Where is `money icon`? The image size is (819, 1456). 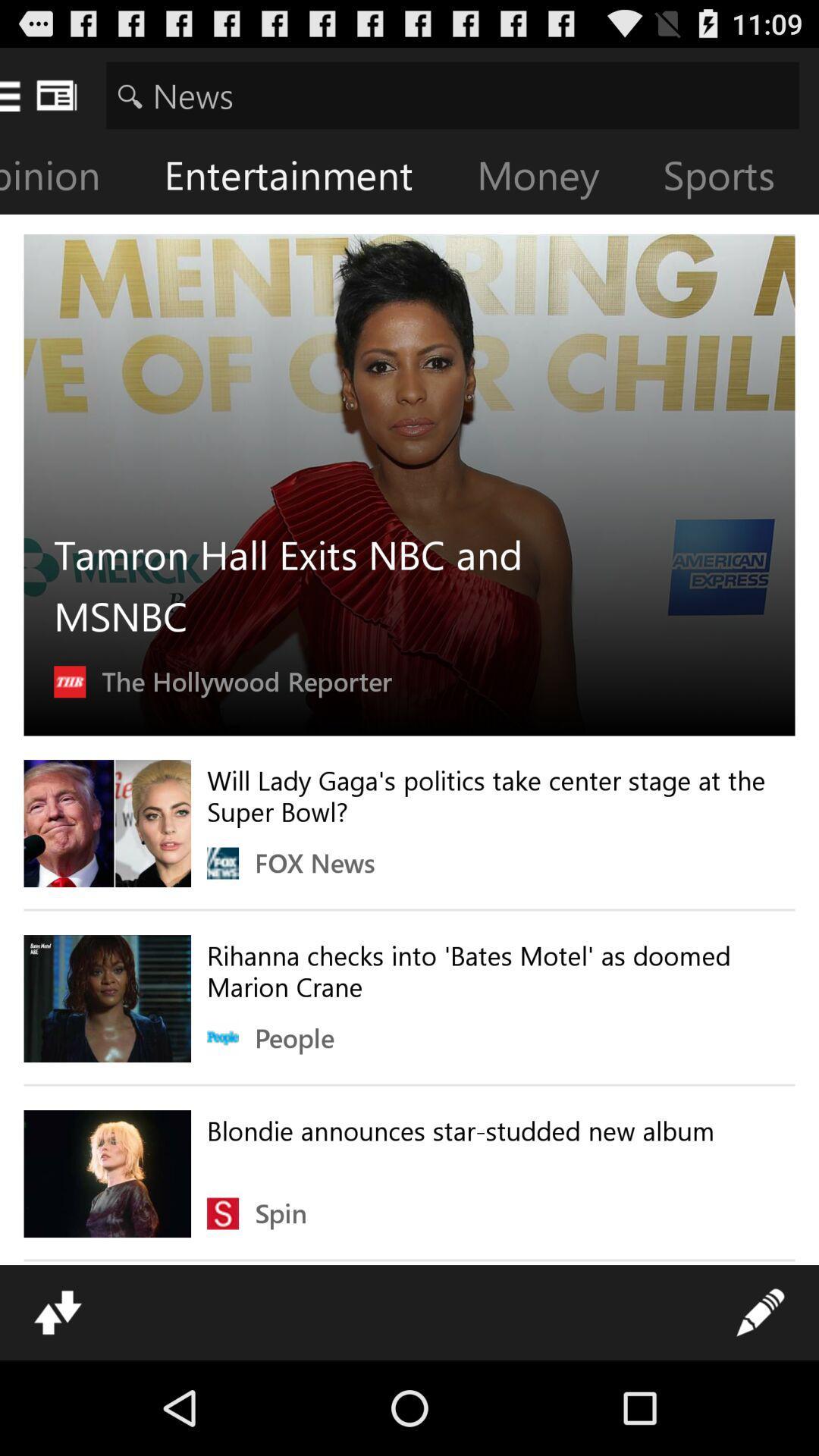 money icon is located at coordinates (550, 178).